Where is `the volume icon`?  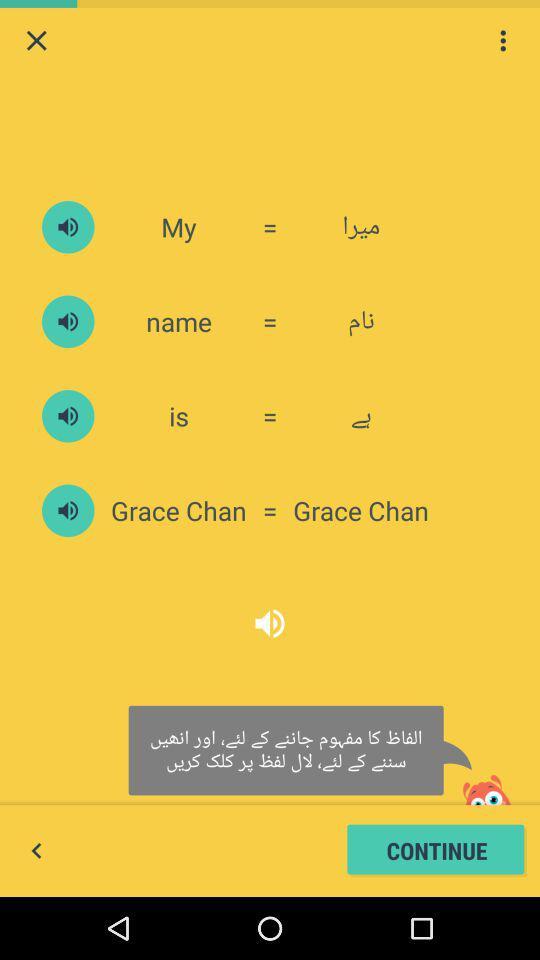
the volume icon is located at coordinates (270, 667).